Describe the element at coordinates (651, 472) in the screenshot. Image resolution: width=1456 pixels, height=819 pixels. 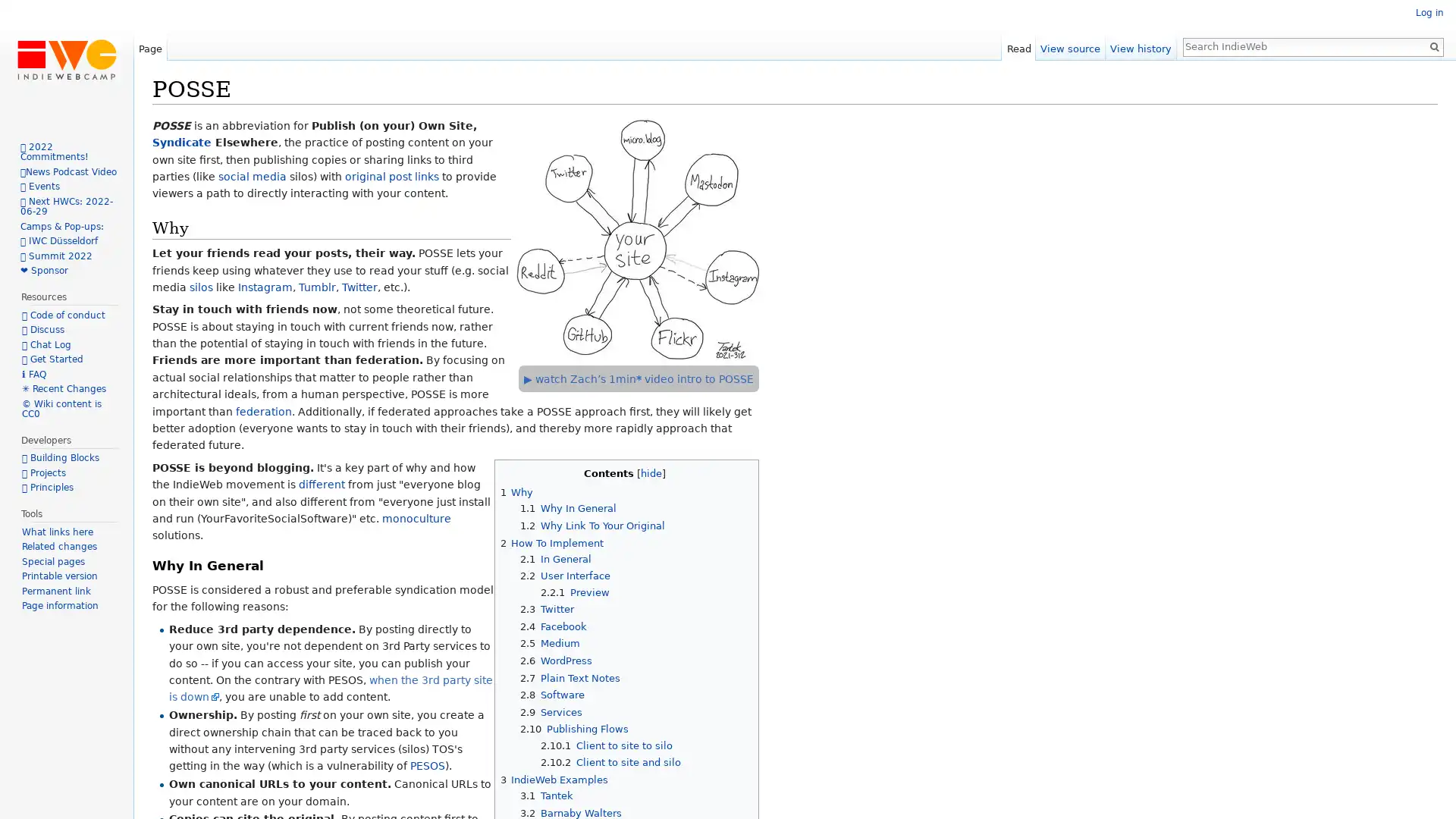
I see `hide` at that location.